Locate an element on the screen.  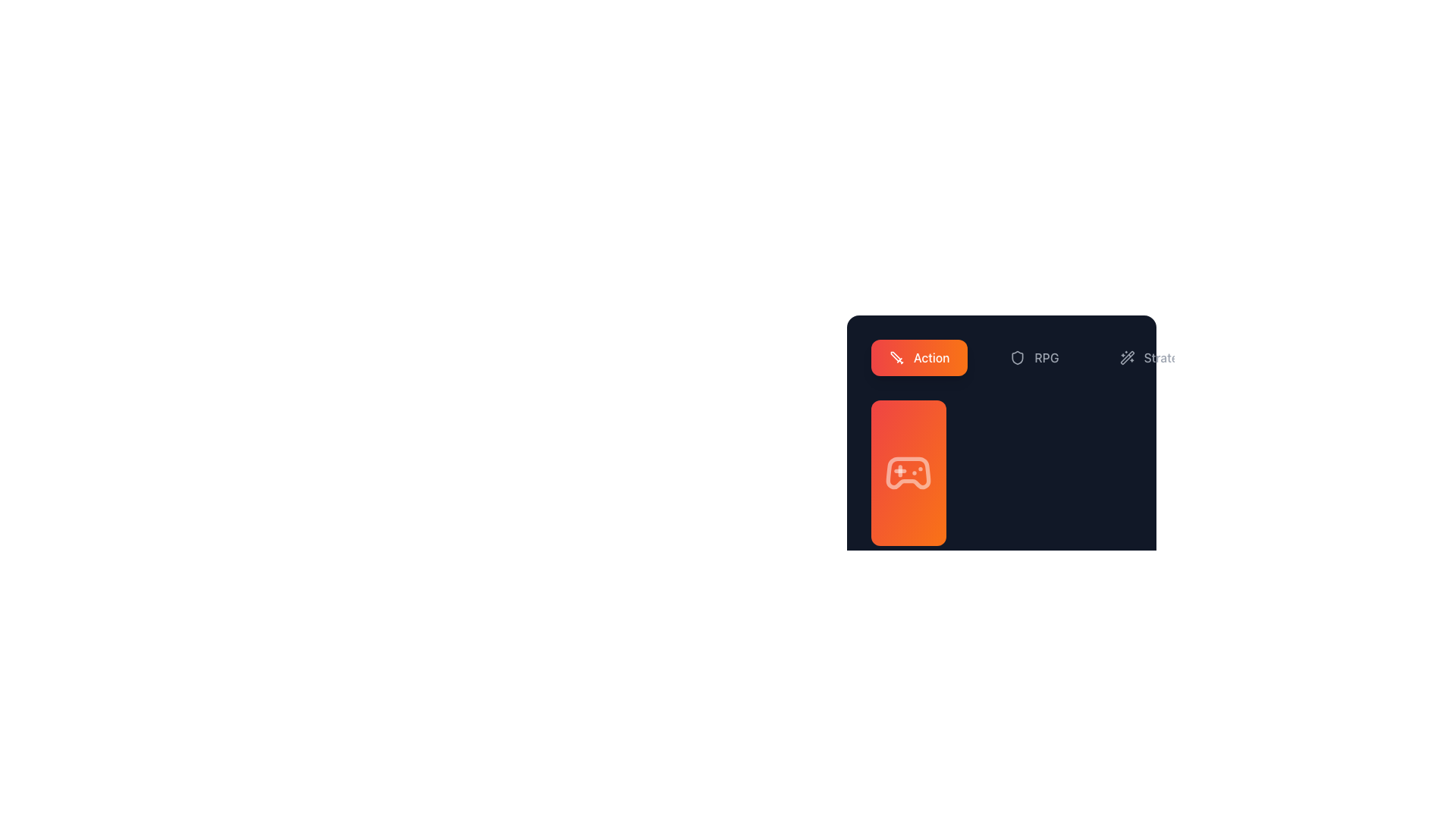
the Text Label indicating a category or topic name, located to the right of a star icon in the navigation menu is located at coordinates (1167, 357).